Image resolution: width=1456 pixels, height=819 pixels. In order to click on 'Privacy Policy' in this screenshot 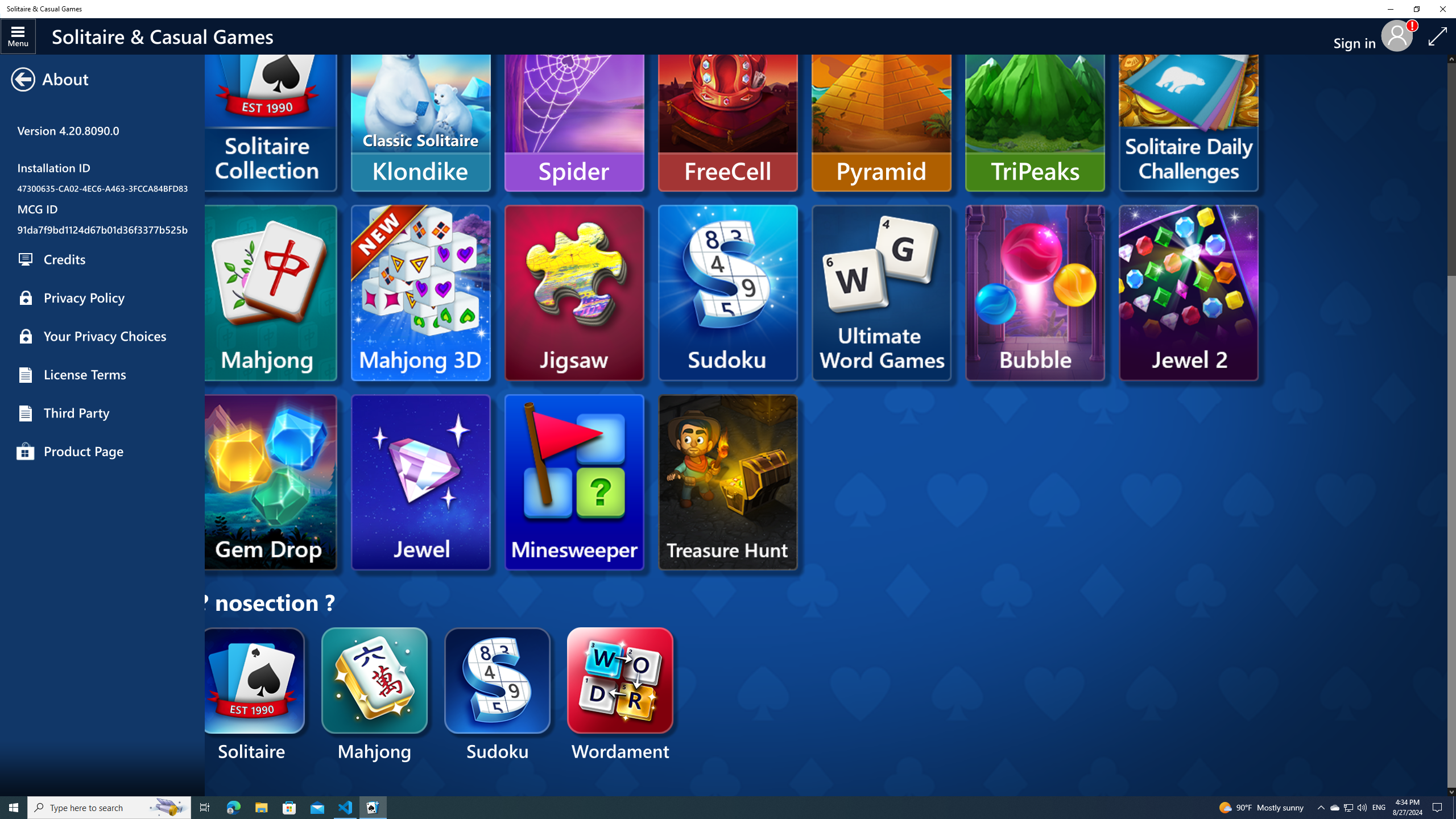, I will do `click(102, 298)`.